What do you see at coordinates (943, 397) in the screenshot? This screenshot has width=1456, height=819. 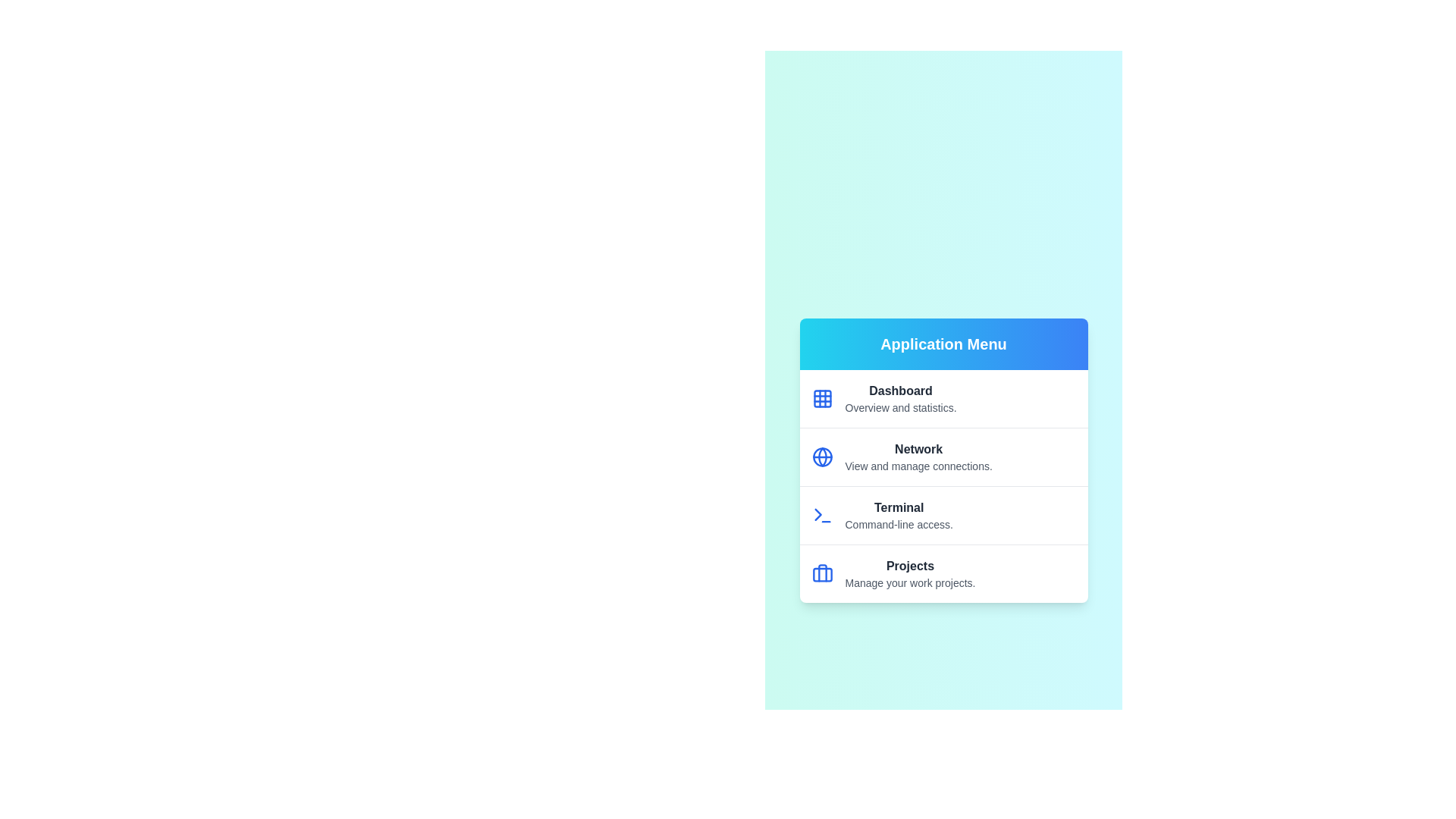 I see `the menu item corresponding to Dashboard` at bounding box center [943, 397].